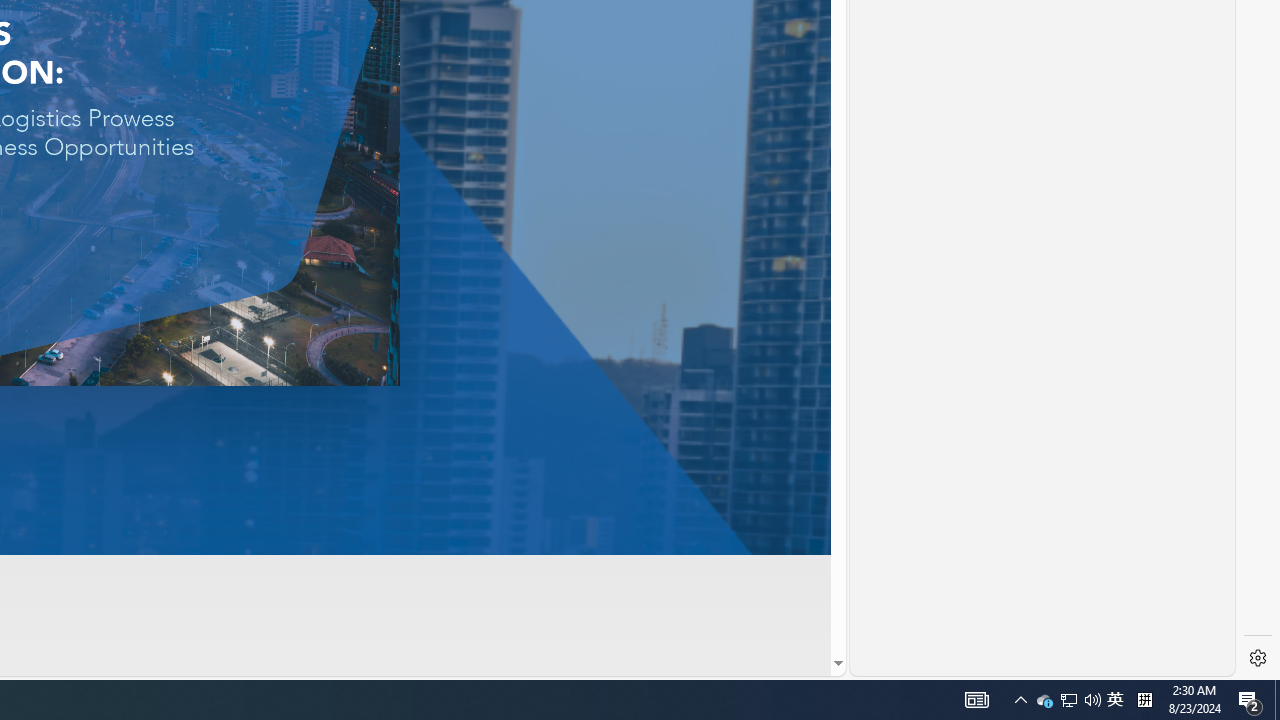 This screenshot has height=720, width=1280. I want to click on 'Settings', so click(1257, 658).